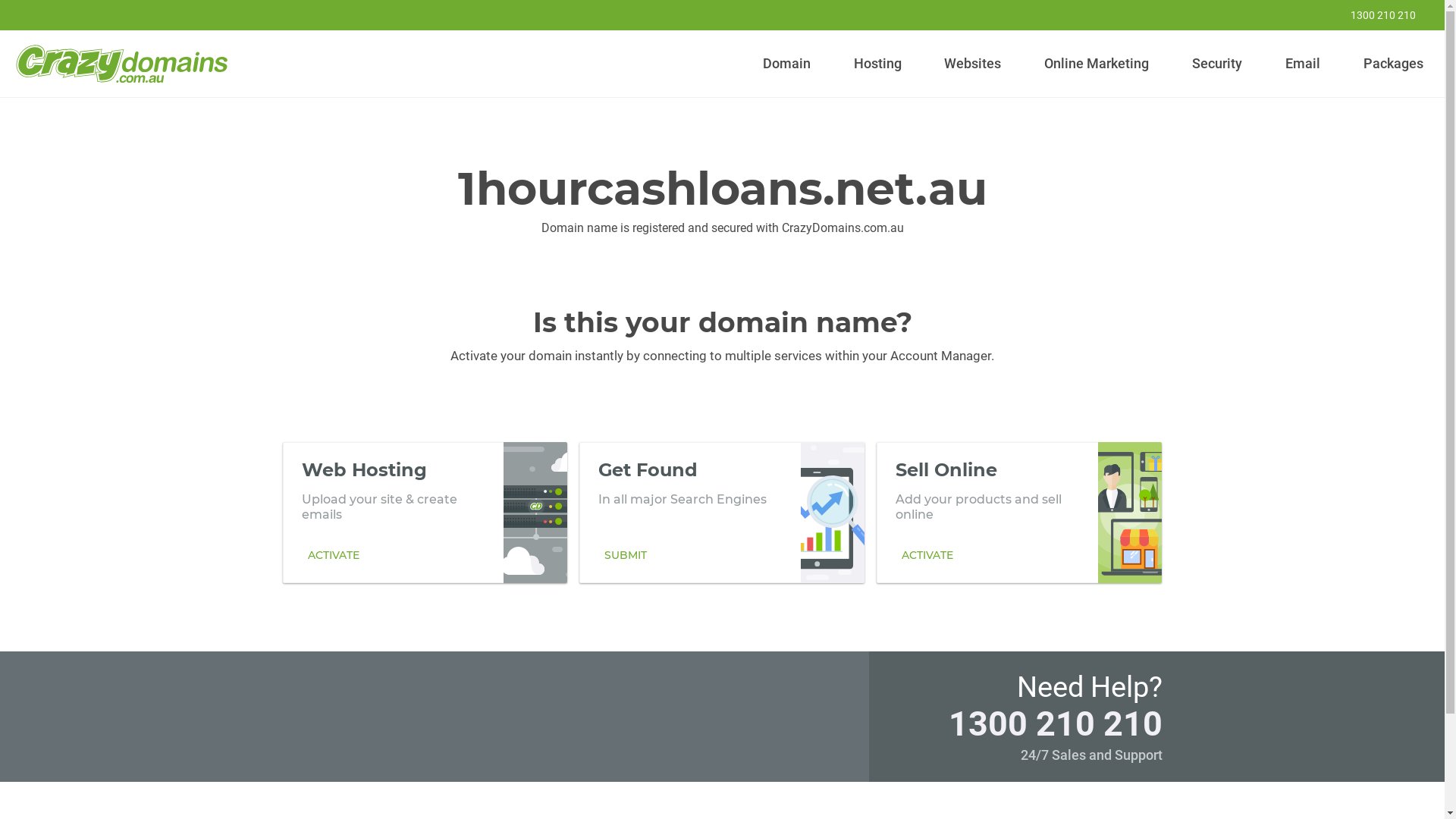 This screenshot has height=819, width=1456. Describe the element at coordinates (1037, 63) in the screenshot. I see `'Online Marketing'` at that location.